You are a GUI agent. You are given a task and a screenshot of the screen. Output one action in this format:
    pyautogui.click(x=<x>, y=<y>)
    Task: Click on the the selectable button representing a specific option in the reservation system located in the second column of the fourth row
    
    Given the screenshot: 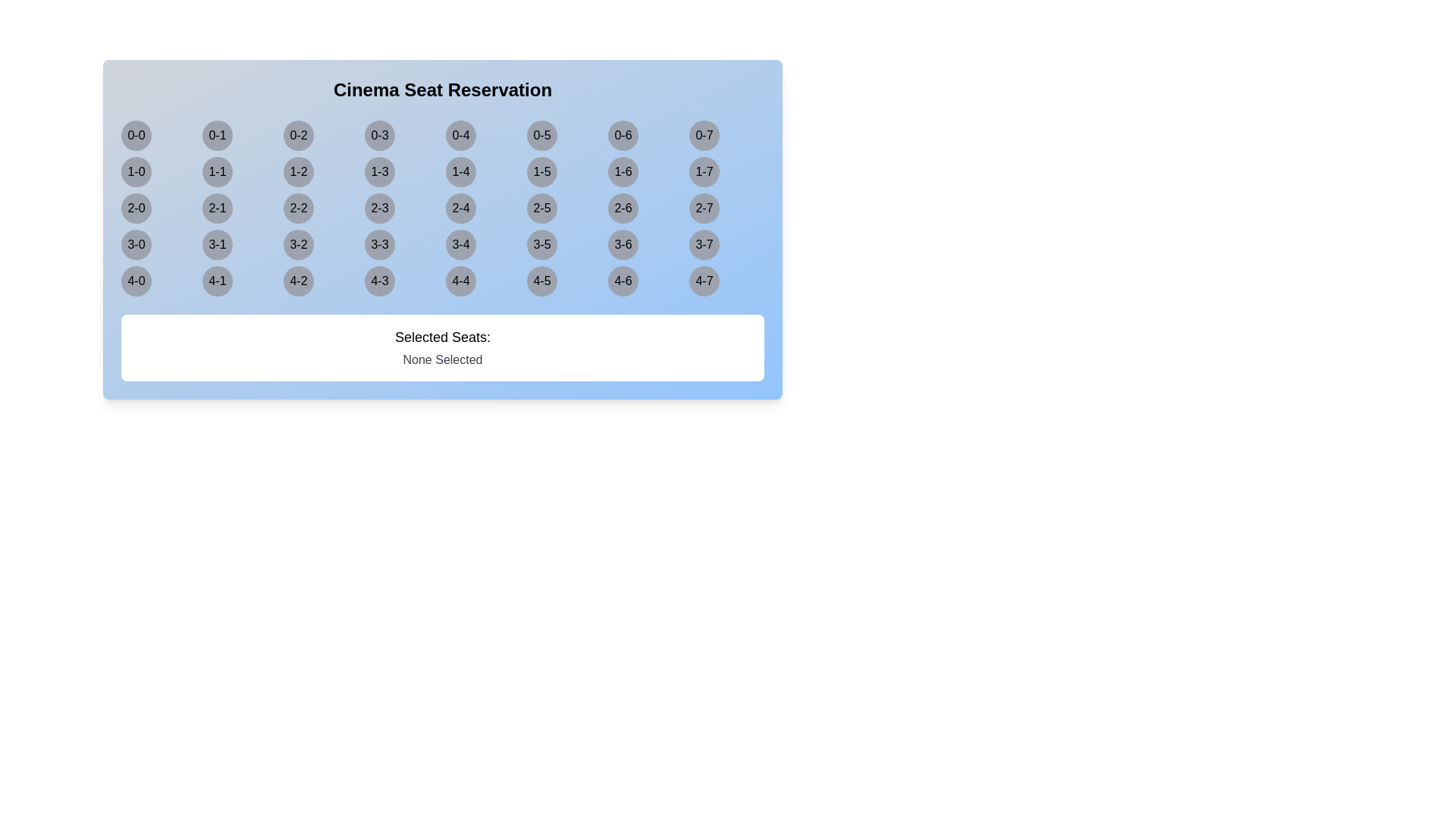 What is the action you would take?
    pyautogui.click(x=136, y=244)
    